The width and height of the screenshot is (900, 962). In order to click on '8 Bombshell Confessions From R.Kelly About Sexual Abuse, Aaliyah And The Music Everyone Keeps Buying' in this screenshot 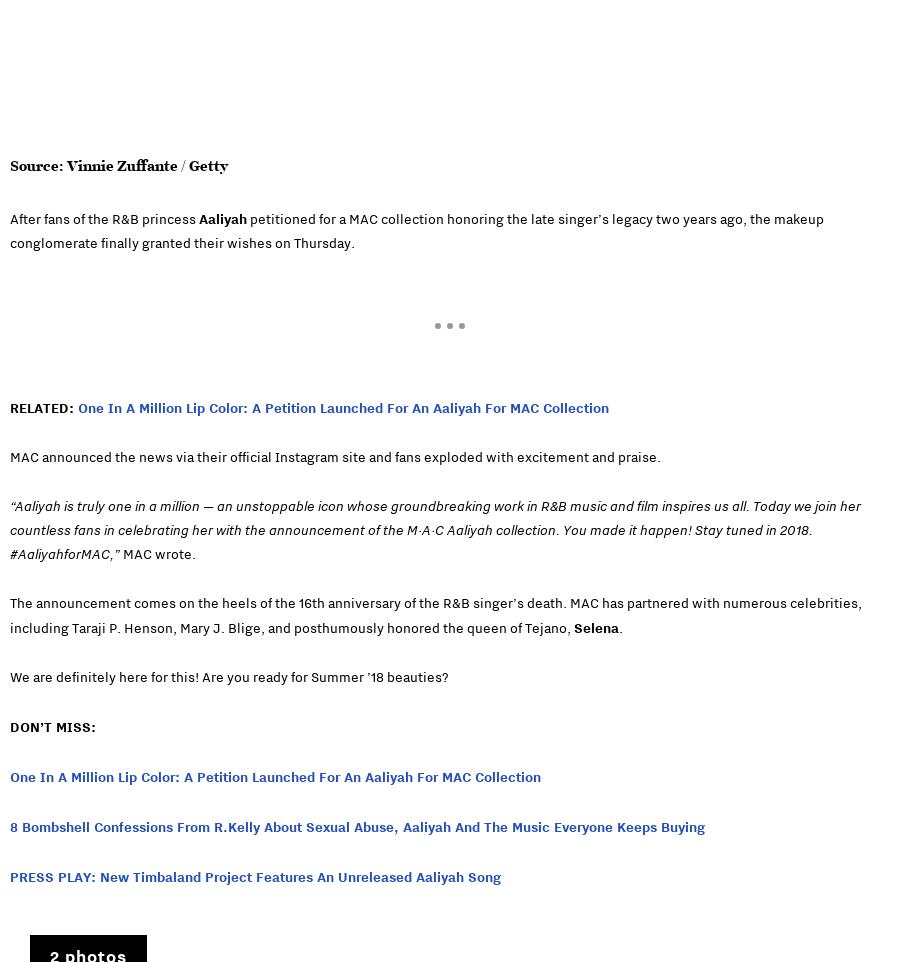, I will do `click(8, 825)`.